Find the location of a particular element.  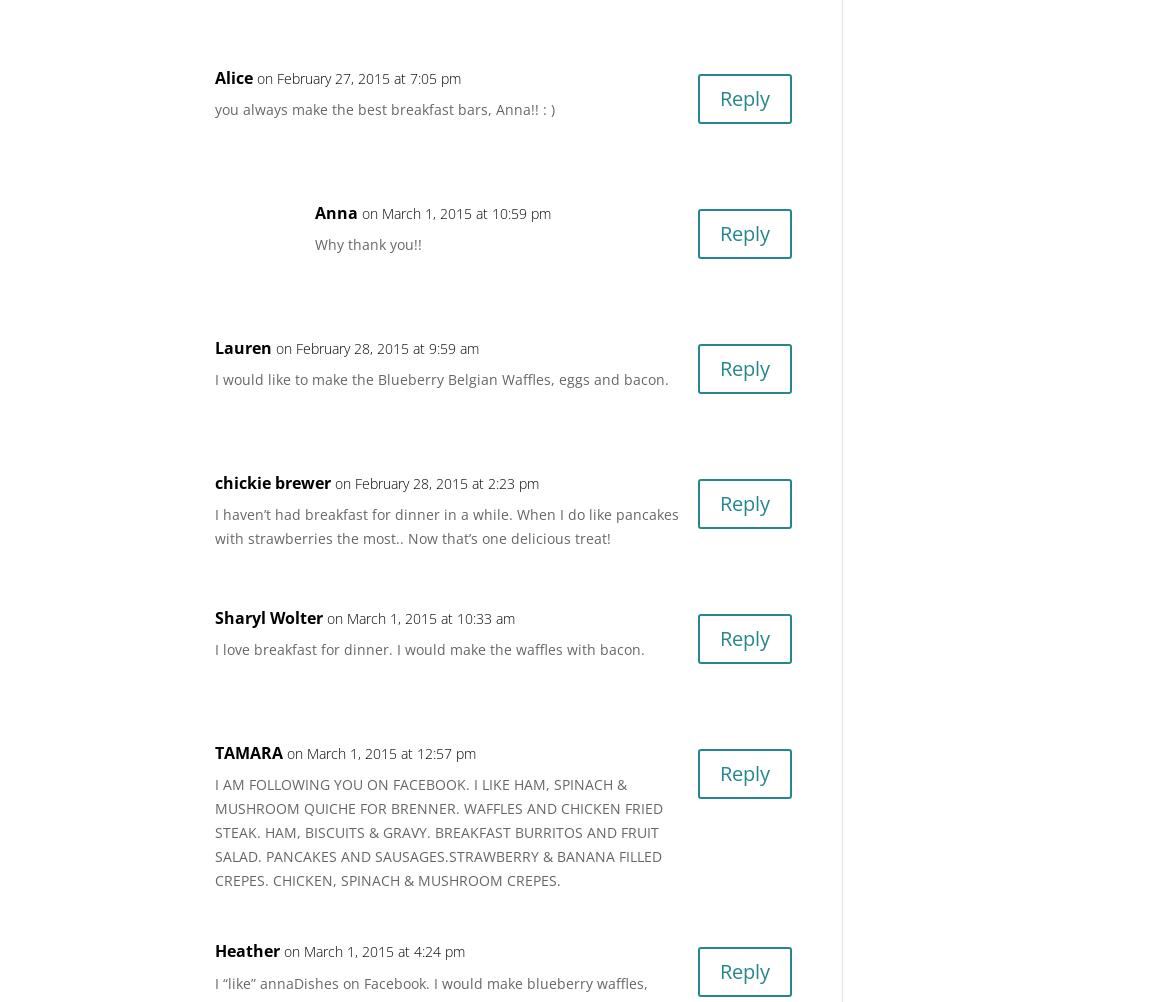

'on February 28, 2015 at 2:23 pm' is located at coordinates (334, 481).